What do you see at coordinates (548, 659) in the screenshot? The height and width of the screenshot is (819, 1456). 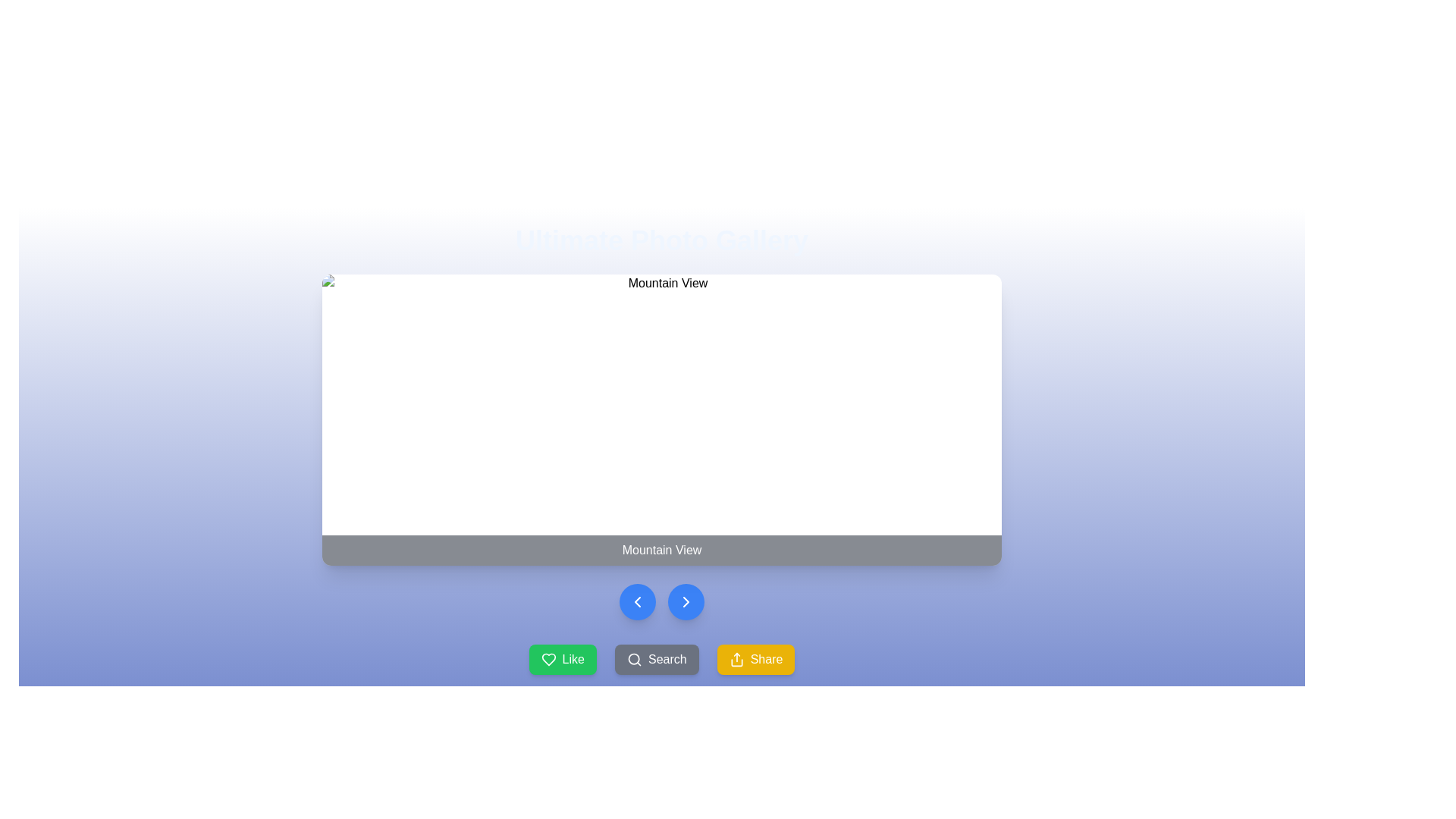 I see `the heart-shaped icon within the green 'Like' button, which is positioned on the left side of a row of buttons at the bottom of the interface` at bounding box center [548, 659].